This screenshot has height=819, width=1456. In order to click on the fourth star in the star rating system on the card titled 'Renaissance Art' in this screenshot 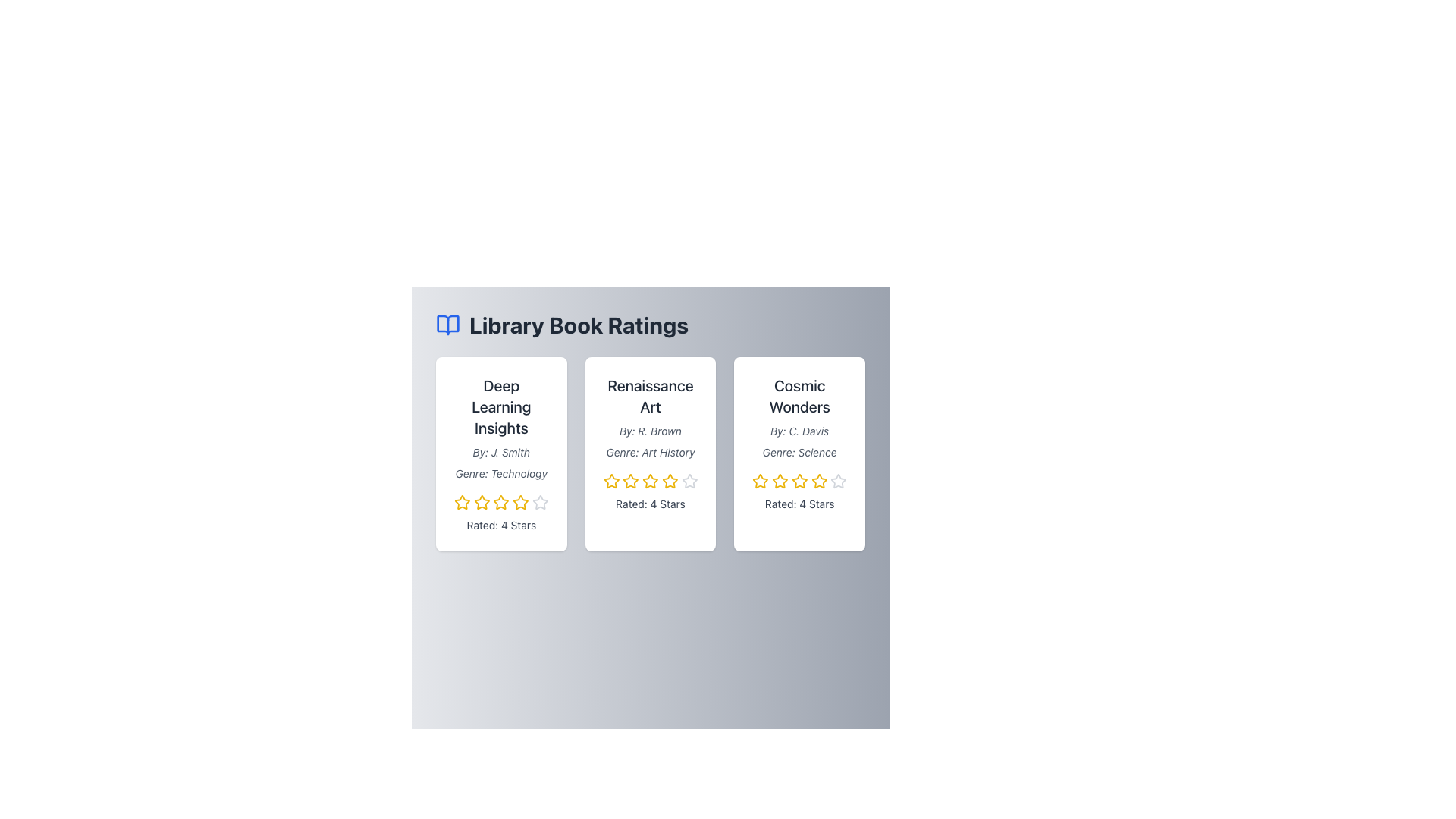, I will do `click(651, 482)`.